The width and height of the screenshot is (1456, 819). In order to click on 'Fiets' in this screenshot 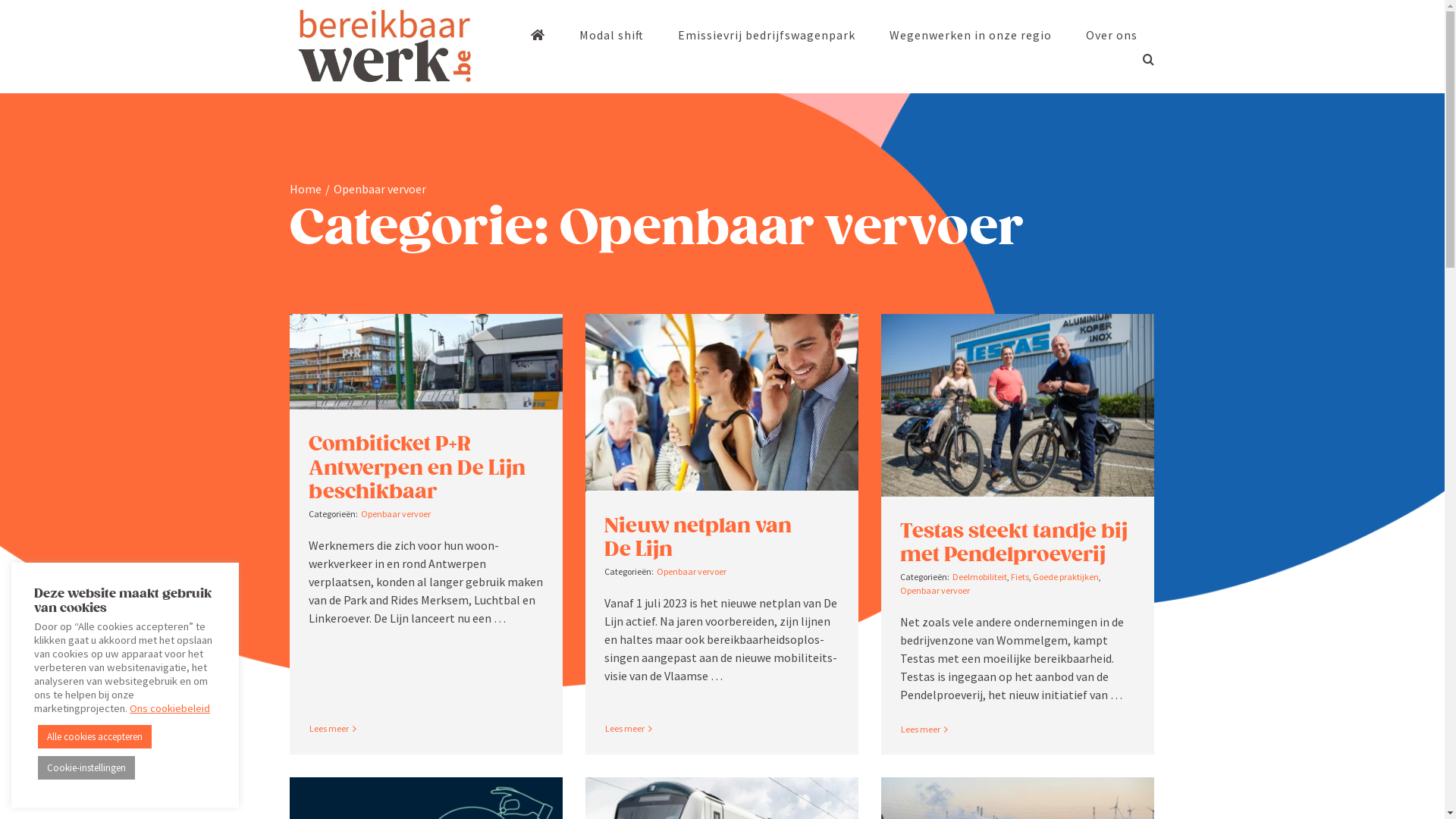, I will do `click(1019, 576)`.